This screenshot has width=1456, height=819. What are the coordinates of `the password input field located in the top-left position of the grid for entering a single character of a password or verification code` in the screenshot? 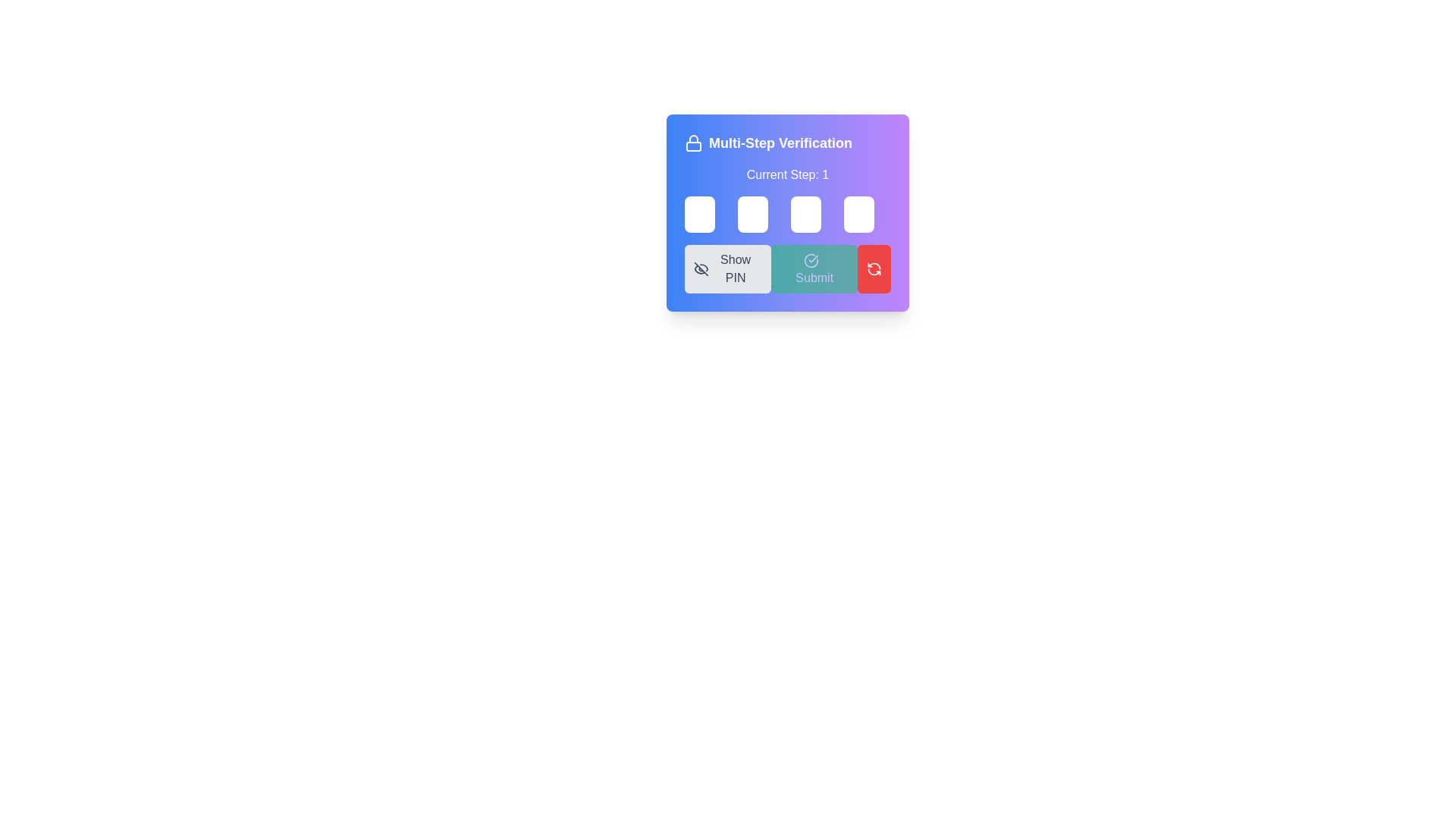 It's located at (698, 214).